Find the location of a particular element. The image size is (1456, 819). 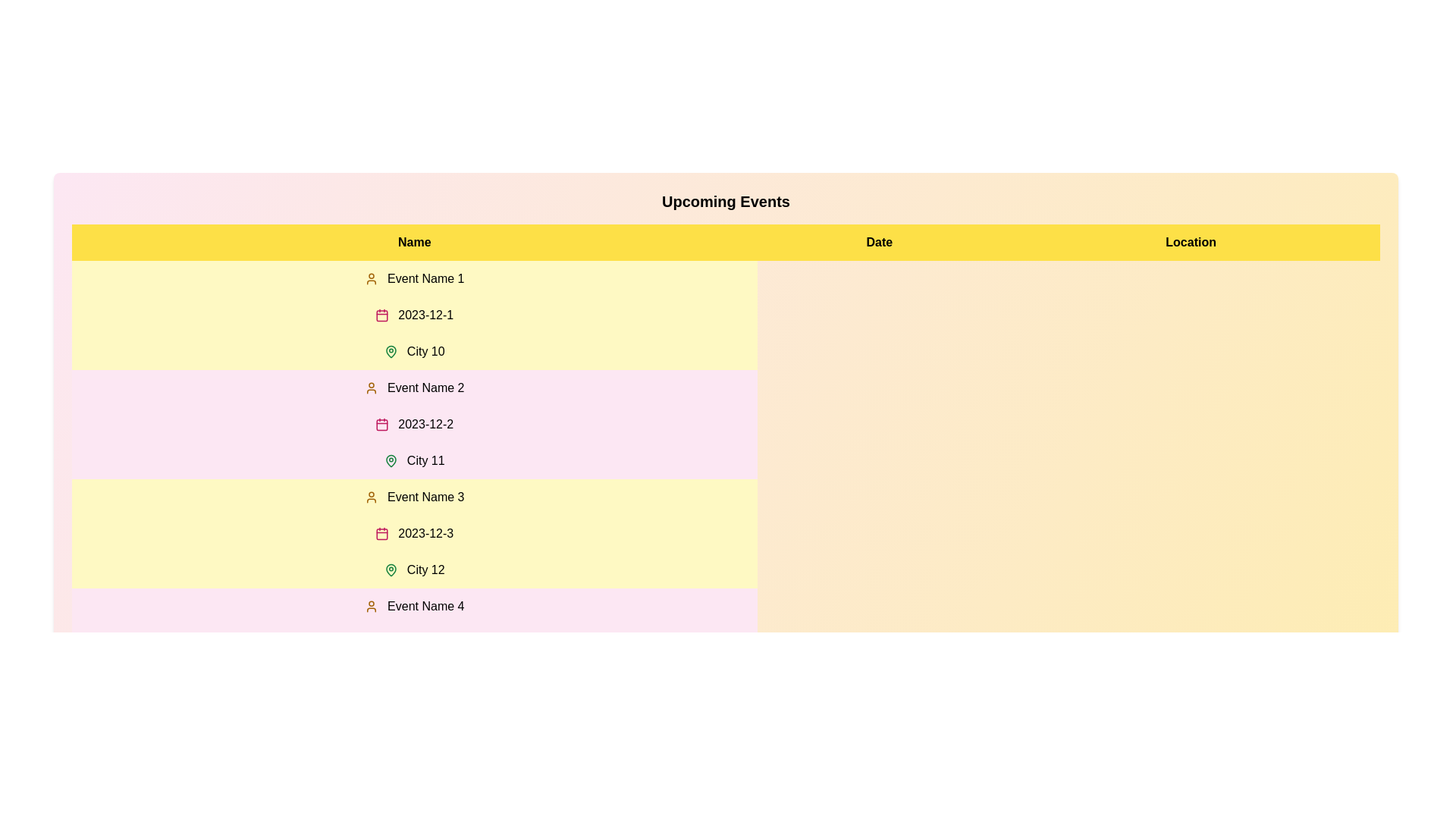

the row corresponding to 2 in the table is located at coordinates (414, 424).